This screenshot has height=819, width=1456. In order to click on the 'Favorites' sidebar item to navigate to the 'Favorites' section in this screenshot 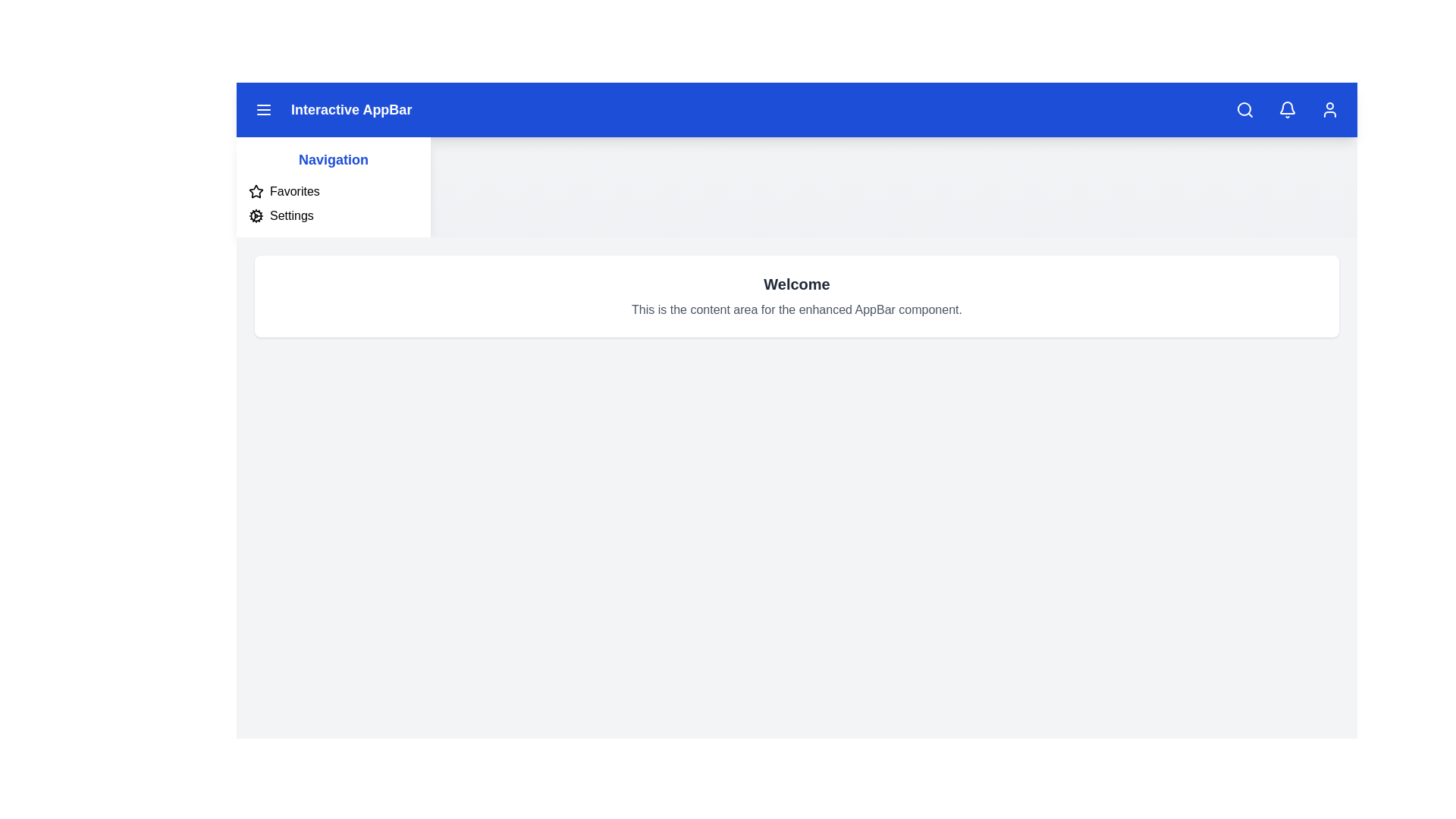, I will do `click(294, 191)`.